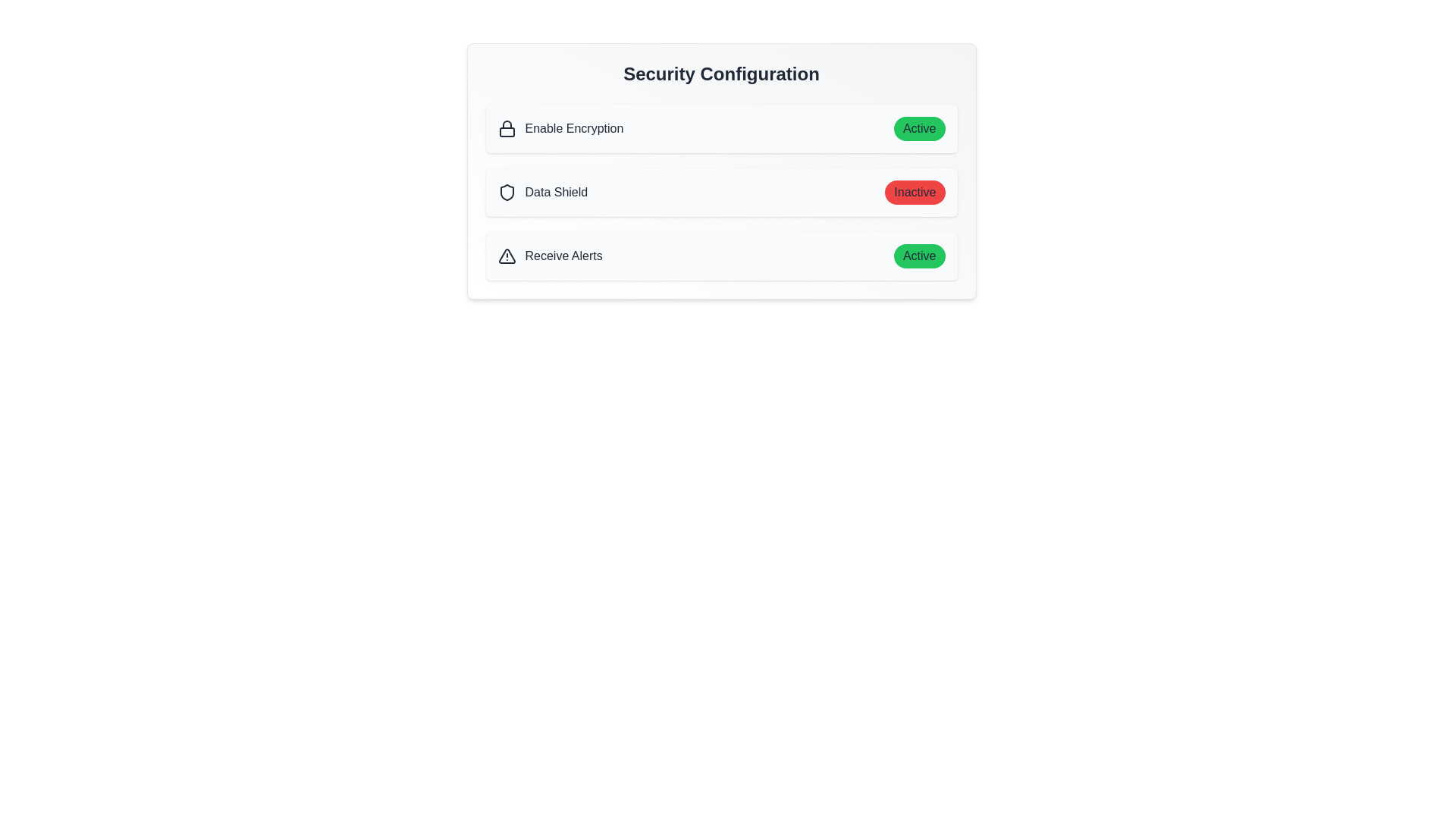 This screenshot has height=819, width=1456. What do you see at coordinates (720, 127) in the screenshot?
I see `the label text 'Enable Encryption' in the UI status indicator that includes a lock icon and a green 'Active' badge` at bounding box center [720, 127].